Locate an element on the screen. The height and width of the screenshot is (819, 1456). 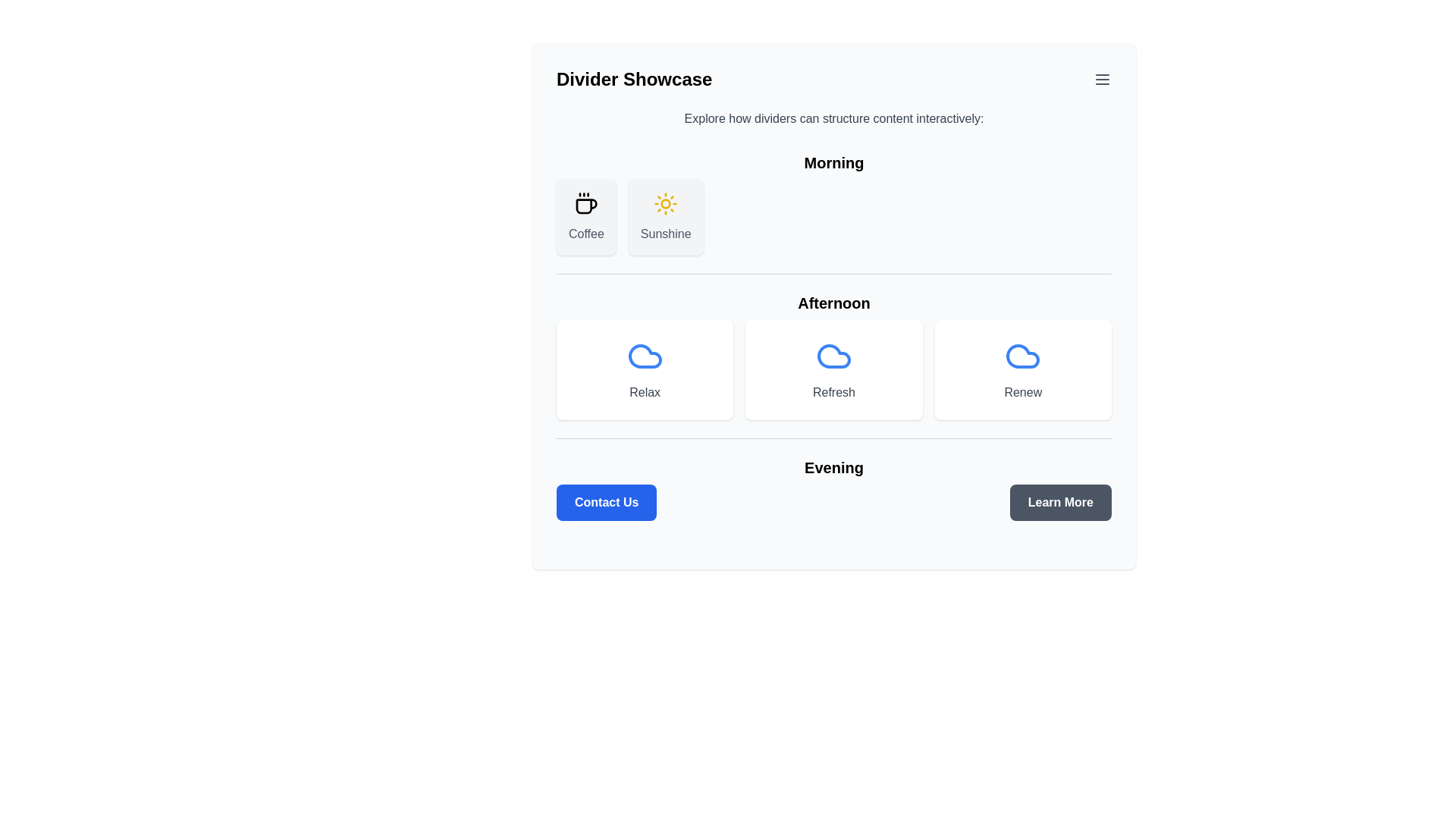
the cloud-shaped icon with a blue outline located in the 'Refresh' card of the 'Afternoon' section is located at coordinates (833, 356).